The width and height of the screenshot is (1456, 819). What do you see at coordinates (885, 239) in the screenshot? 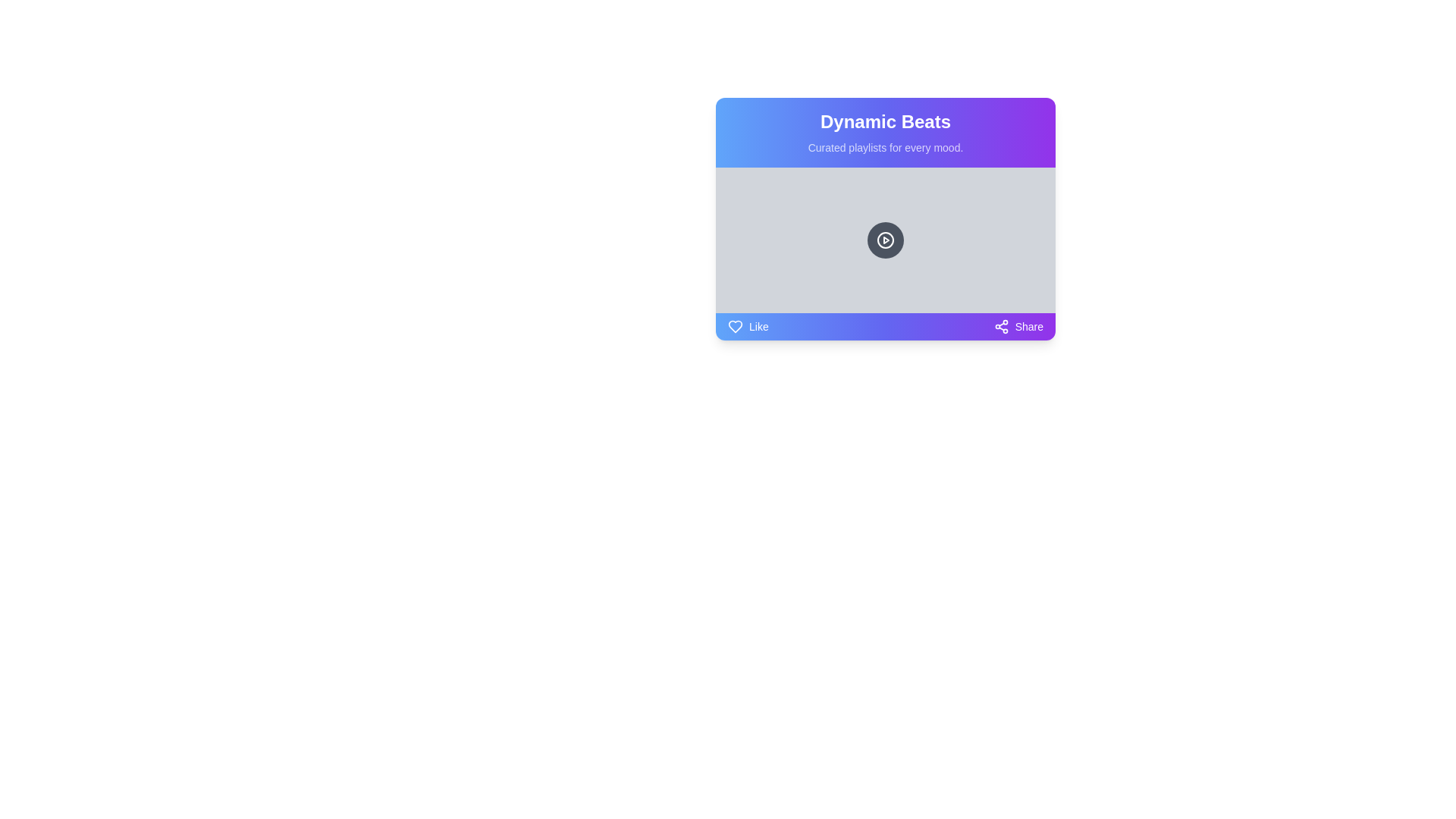
I see `the play button located beneath the 'Dynamic Beats' text` at bounding box center [885, 239].